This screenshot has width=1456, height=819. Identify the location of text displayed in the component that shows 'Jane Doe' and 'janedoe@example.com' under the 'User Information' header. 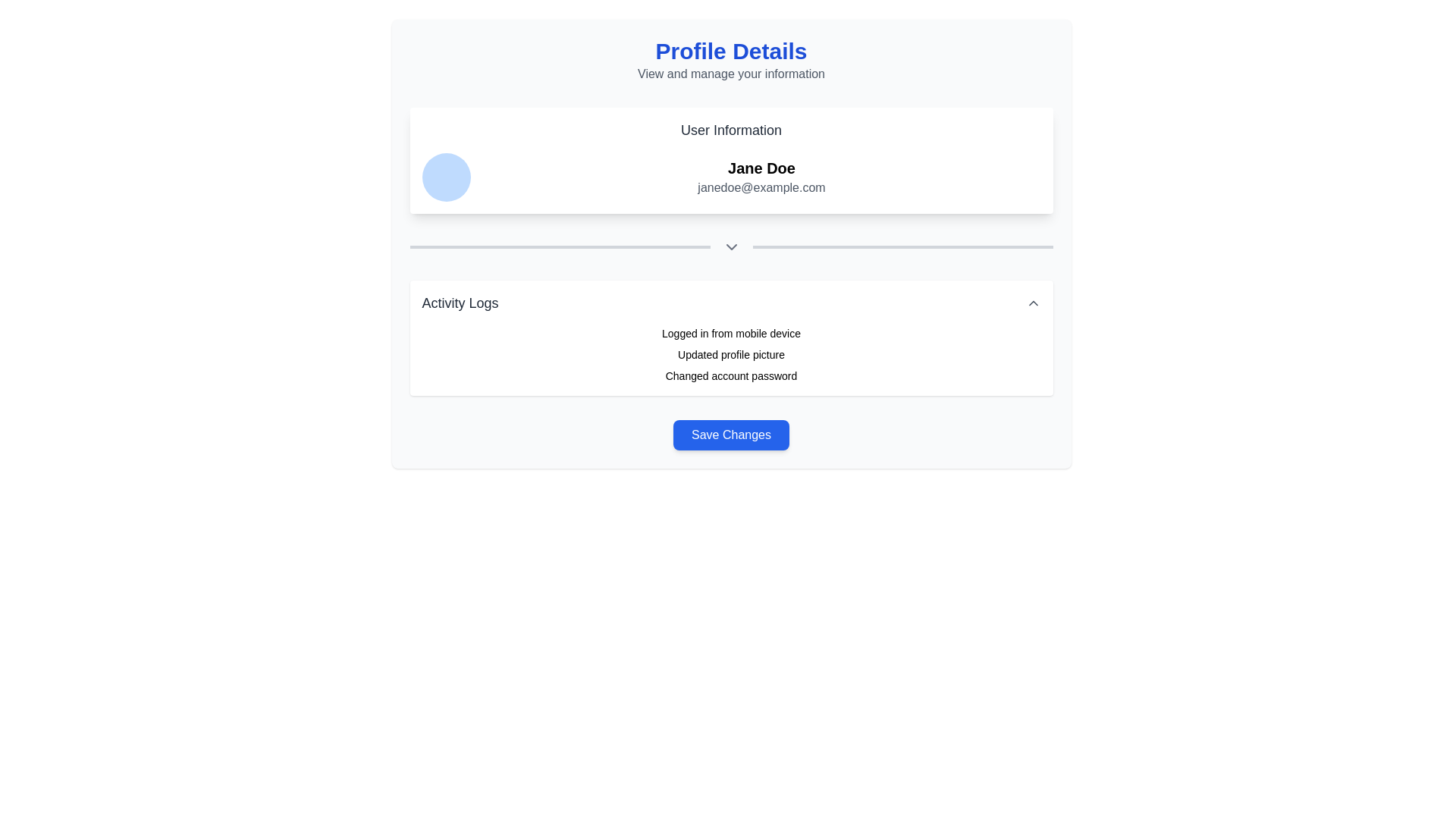
(761, 177).